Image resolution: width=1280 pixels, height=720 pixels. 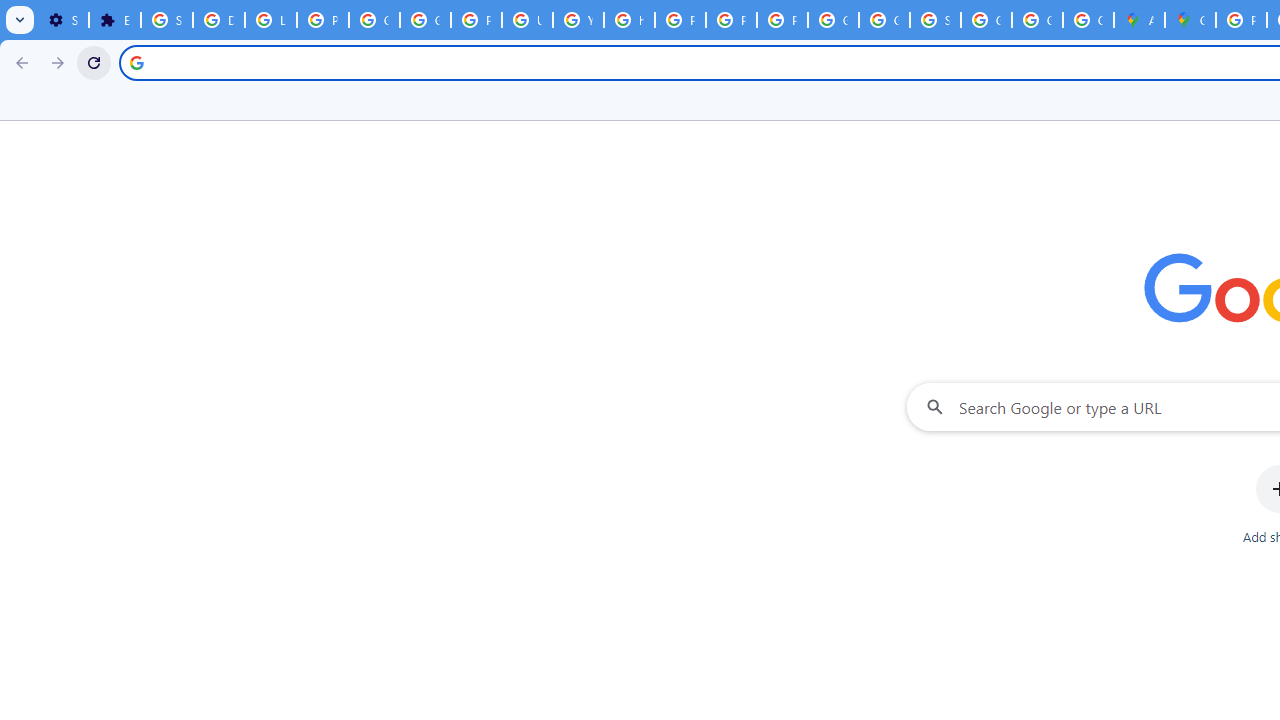 I want to click on 'Privacy Help Center - Policies Help', so click(x=680, y=20).